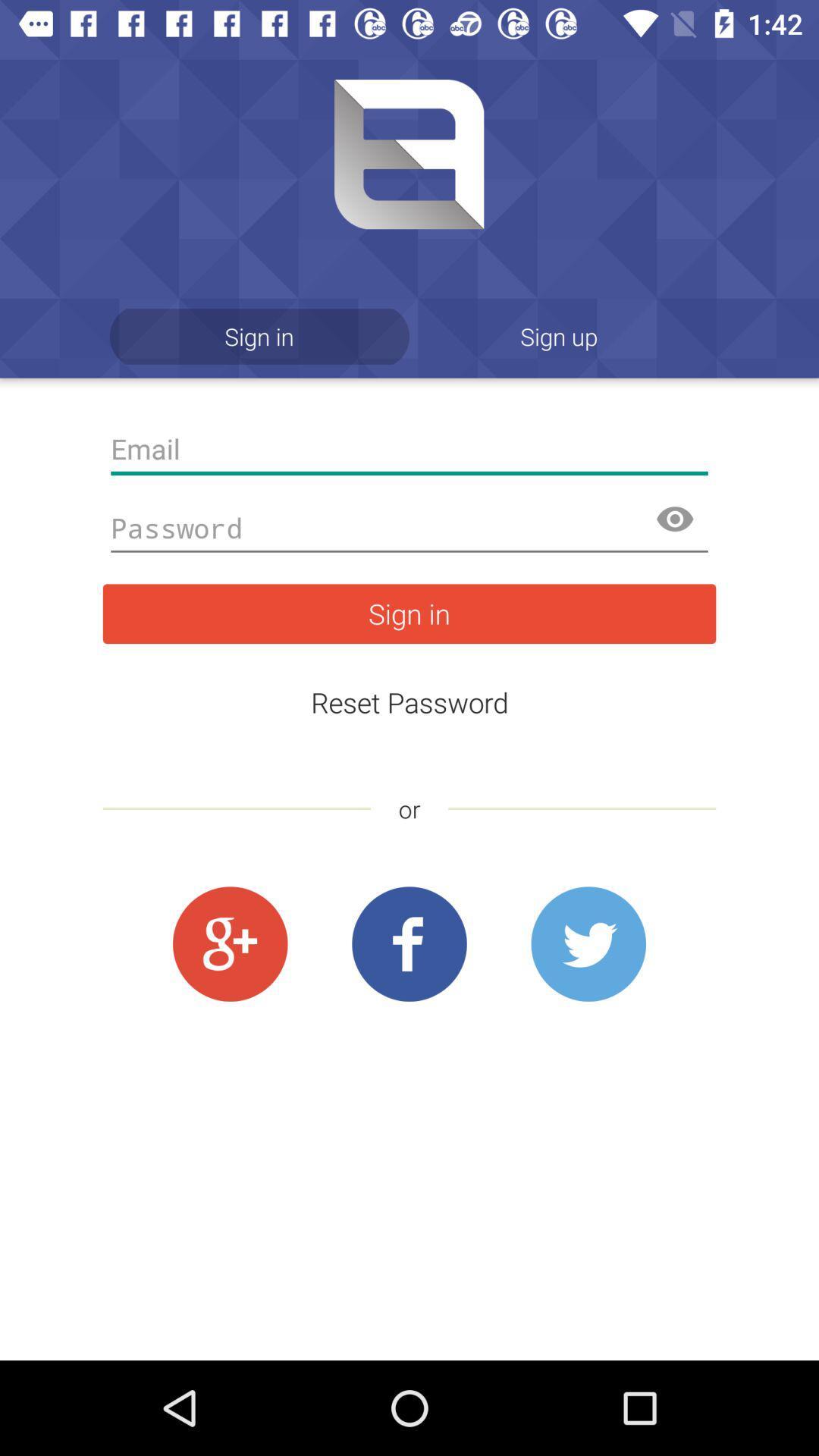  What do you see at coordinates (559, 335) in the screenshot?
I see `icon next to the sign in` at bounding box center [559, 335].